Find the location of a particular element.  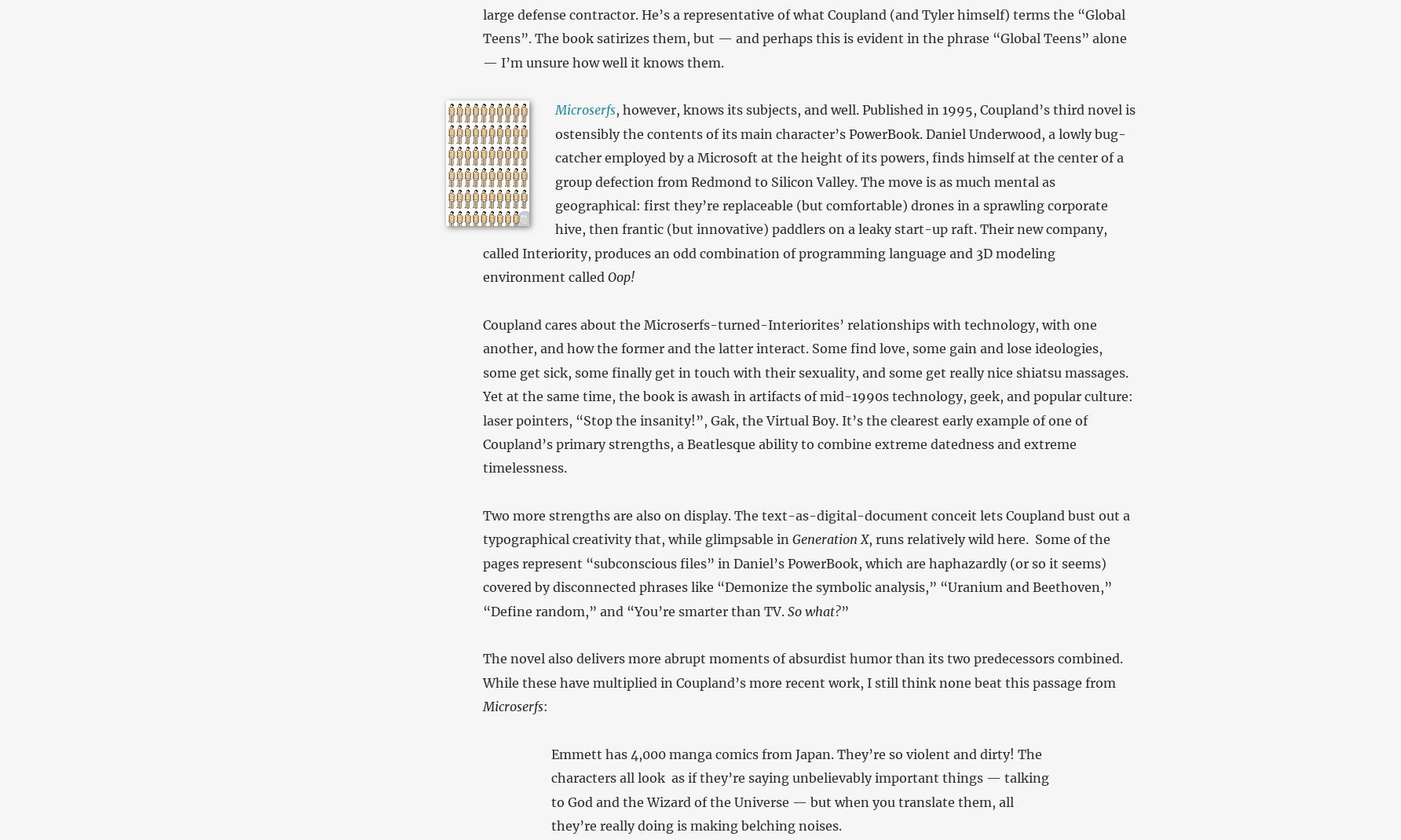

', however, knows its subjects, and well. Published in 1995, Coupland’s third novel is ostensibly the contents of its main character’s PowerBook. Daniel Underwood, a lowly bug-catcher employed by a Microsoft at the height of its powers, finds himself at the center of a group defection from Redmond to Silicon Valley. The move is as much mental as geographical: first they’re replaceable (but comfortable) drones in a sprawling corporate hive, then frantic (but innovative) paddlers on a leaky start-up raft. Their new company, called Interiority, produces an odd combination of programming language and 3D modeling environment called' is located at coordinates (807, 192).